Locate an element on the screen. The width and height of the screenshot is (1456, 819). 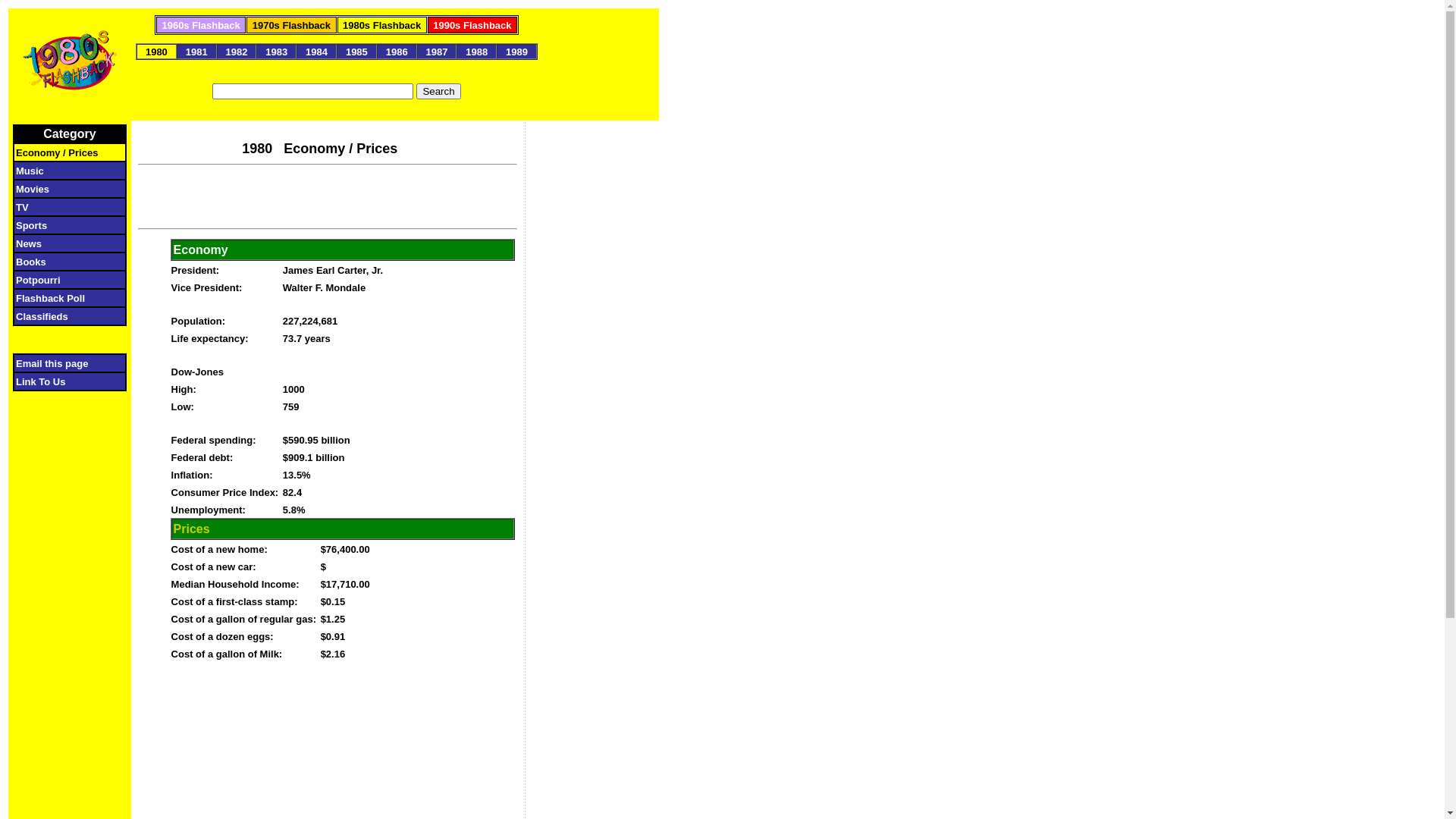
'Potpourri                 ' is located at coordinates (61, 279).